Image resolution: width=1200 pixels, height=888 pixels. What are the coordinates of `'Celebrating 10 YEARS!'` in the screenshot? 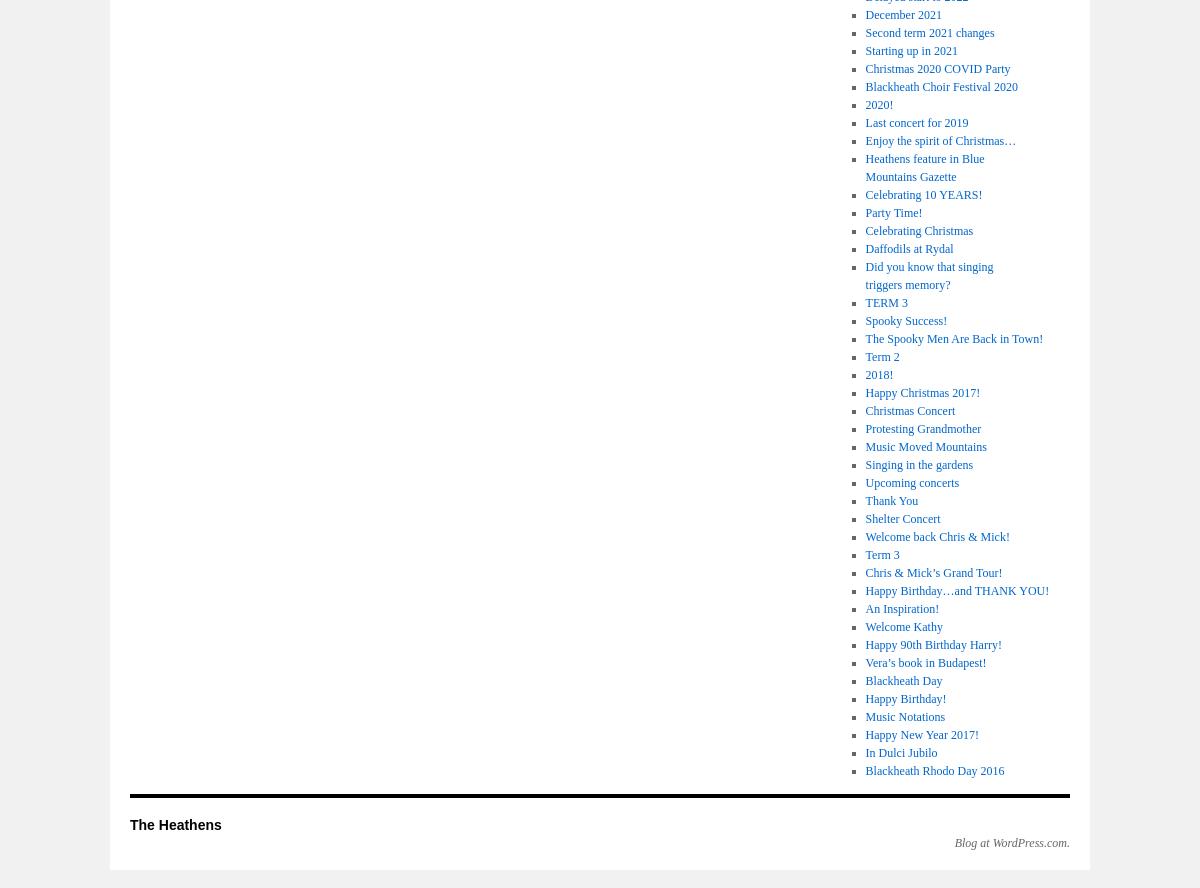 It's located at (863, 194).